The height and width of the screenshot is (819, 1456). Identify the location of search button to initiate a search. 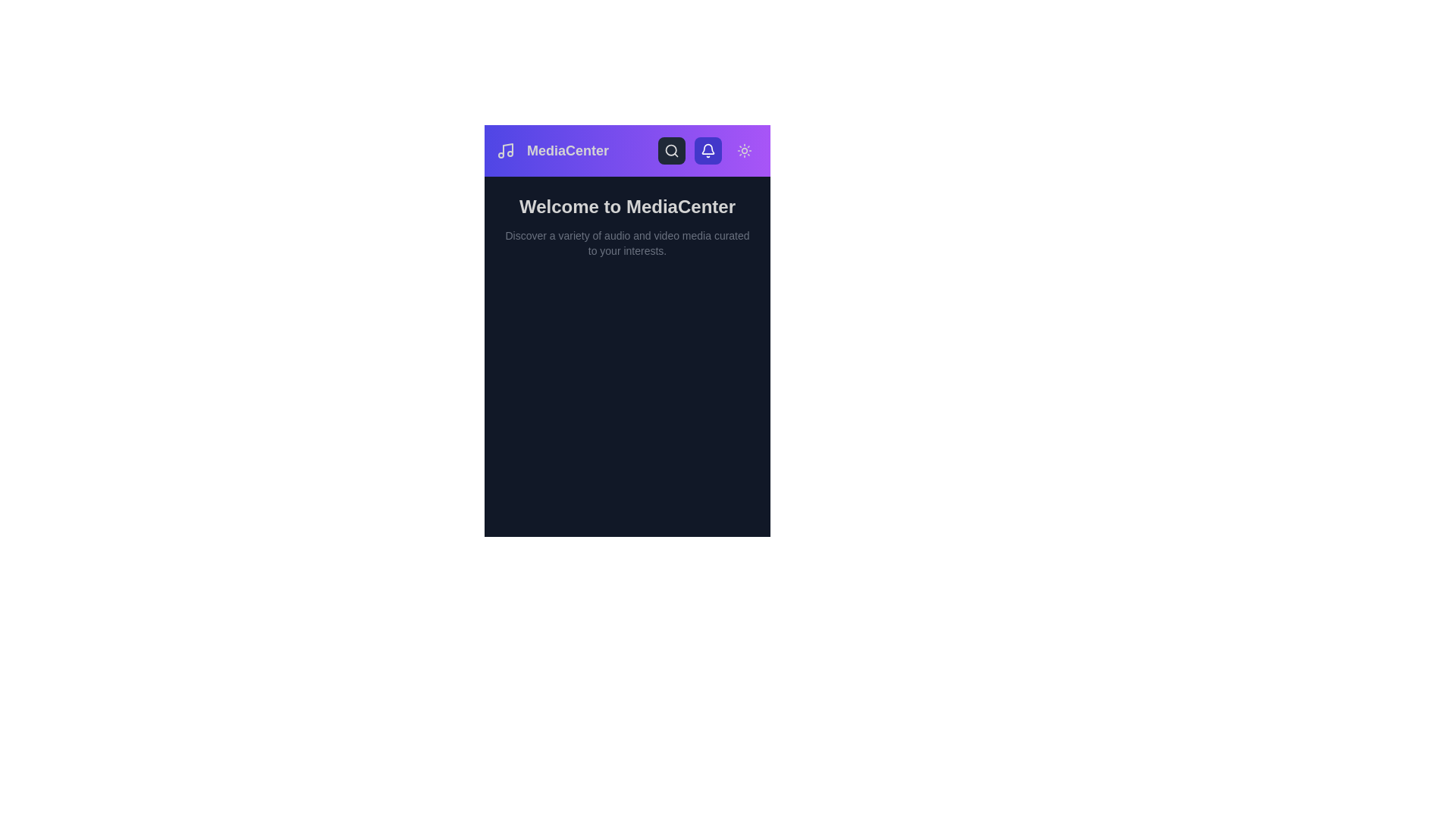
(671, 151).